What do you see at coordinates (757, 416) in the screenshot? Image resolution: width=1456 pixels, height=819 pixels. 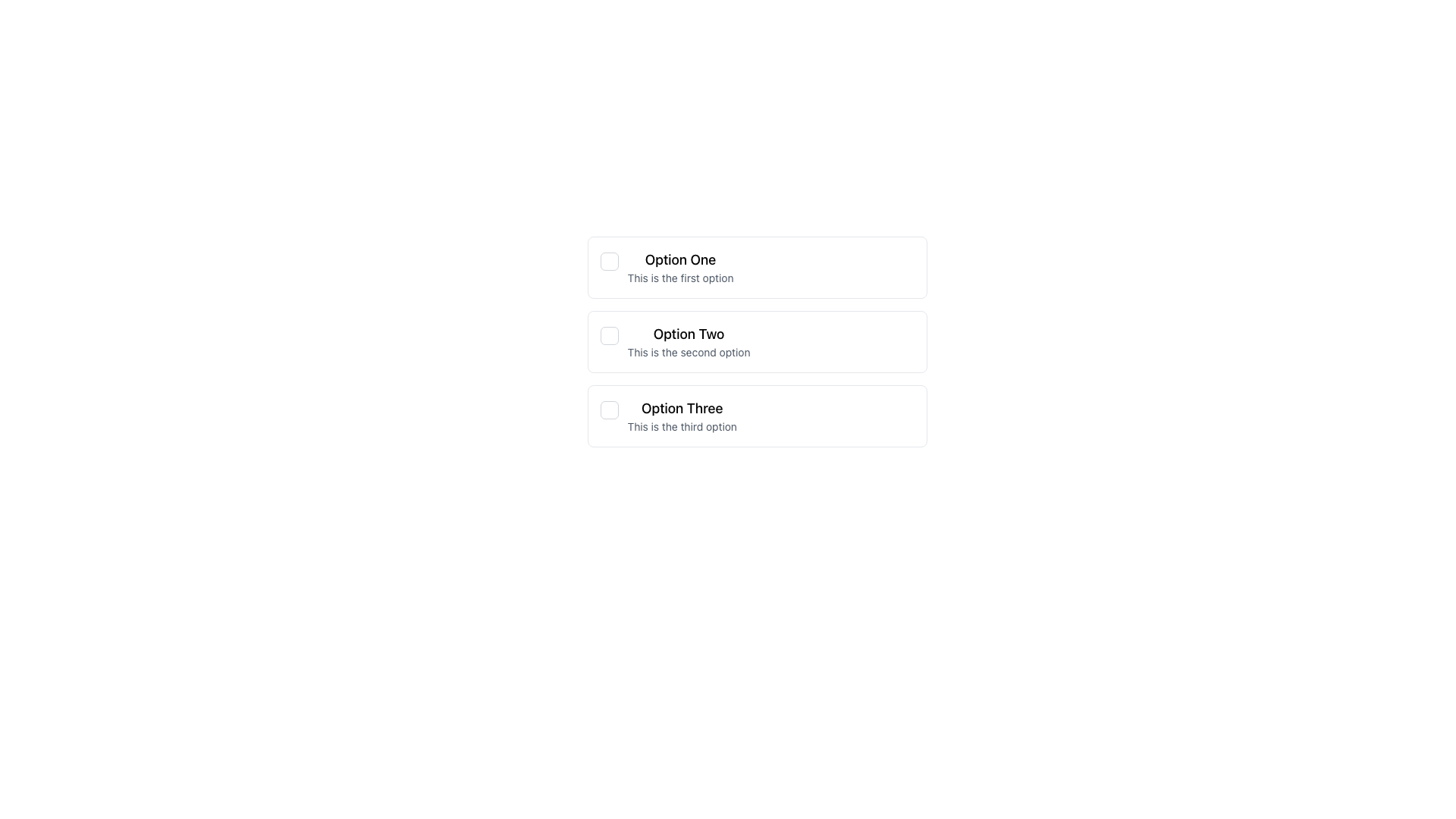 I see `the third option in the vertically stacked list of options, which serves as a List option card` at bounding box center [757, 416].